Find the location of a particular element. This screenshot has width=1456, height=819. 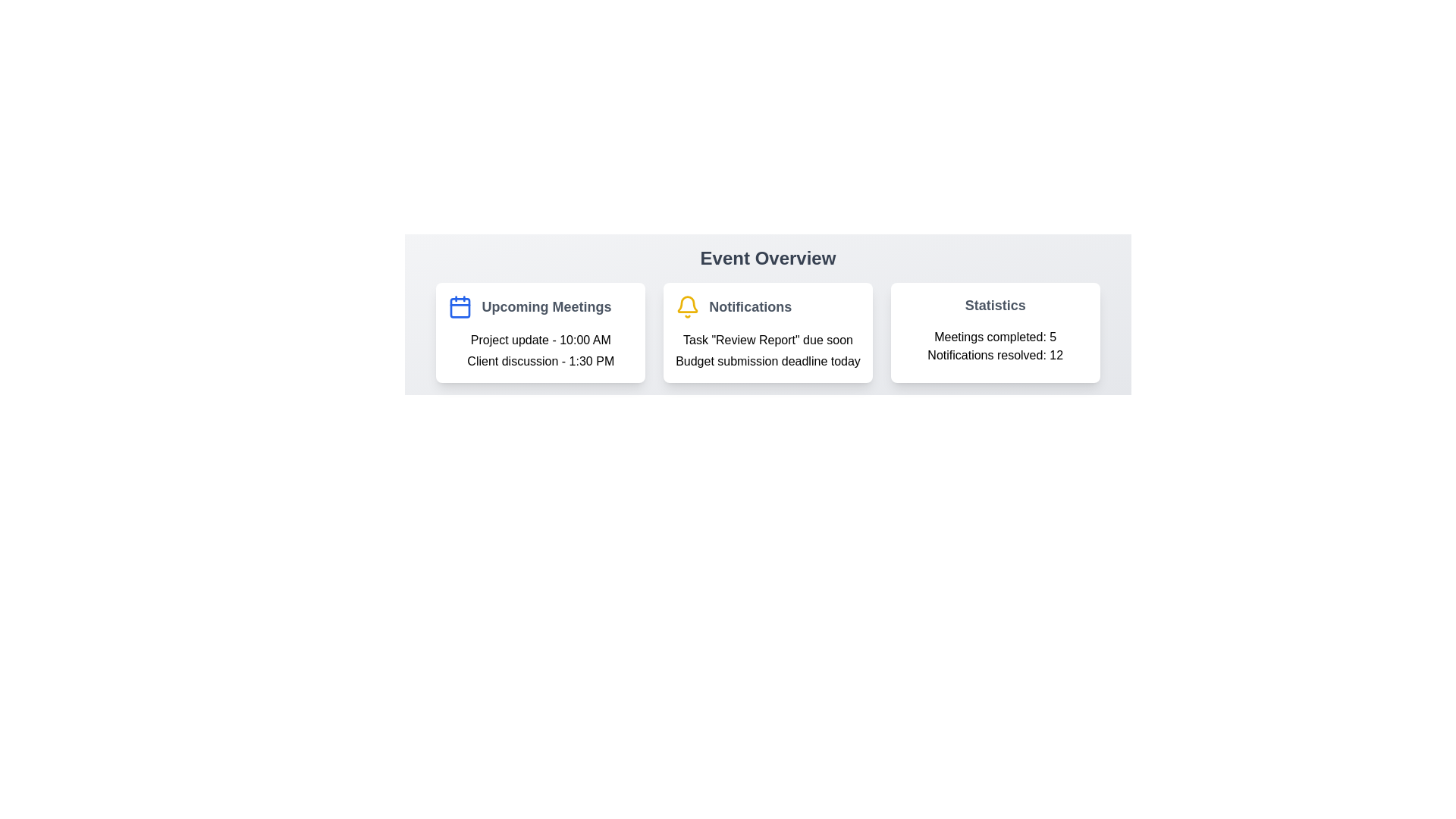

notifications from the Event Overview panel located between the Upcoming Meetings and Statistics panels is located at coordinates (767, 332).